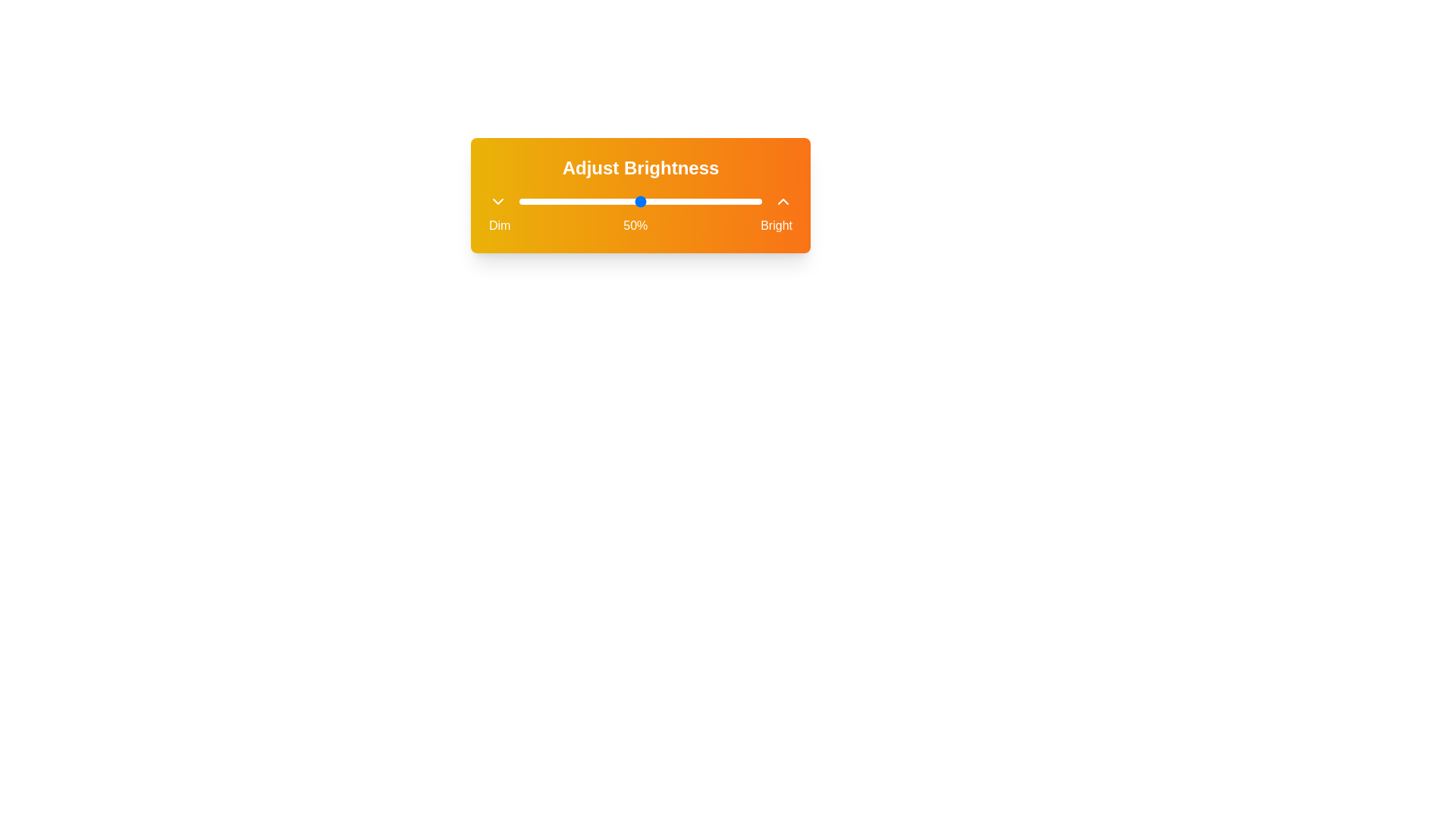 Image resolution: width=1456 pixels, height=819 pixels. What do you see at coordinates (665, 201) in the screenshot?
I see `brightness level` at bounding box center [665, 201].